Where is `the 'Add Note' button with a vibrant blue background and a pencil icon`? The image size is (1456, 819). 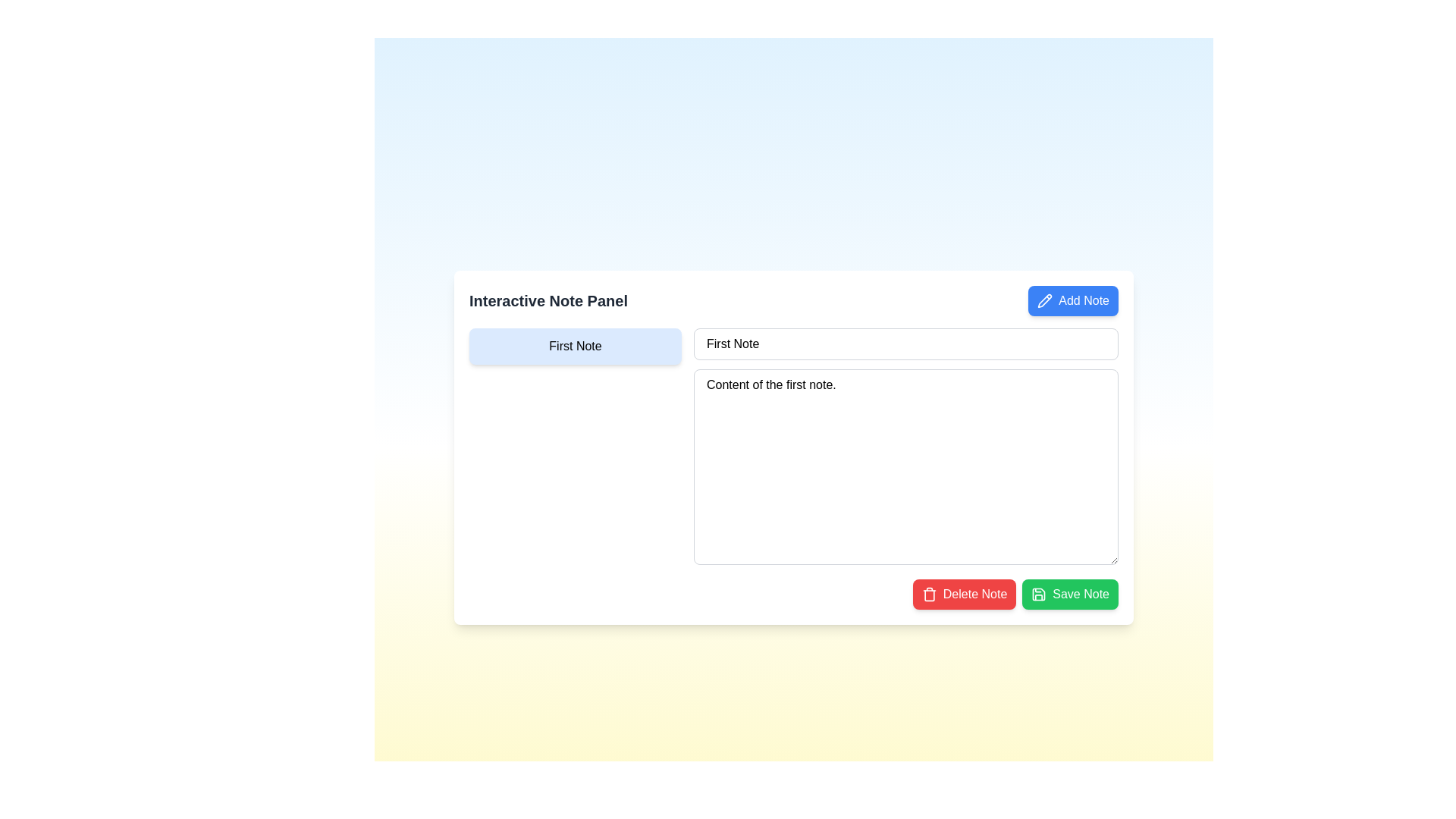
the 'Add Note' button with a vibrant blue background and a pencil icon is located at coordinates (1072, 300).